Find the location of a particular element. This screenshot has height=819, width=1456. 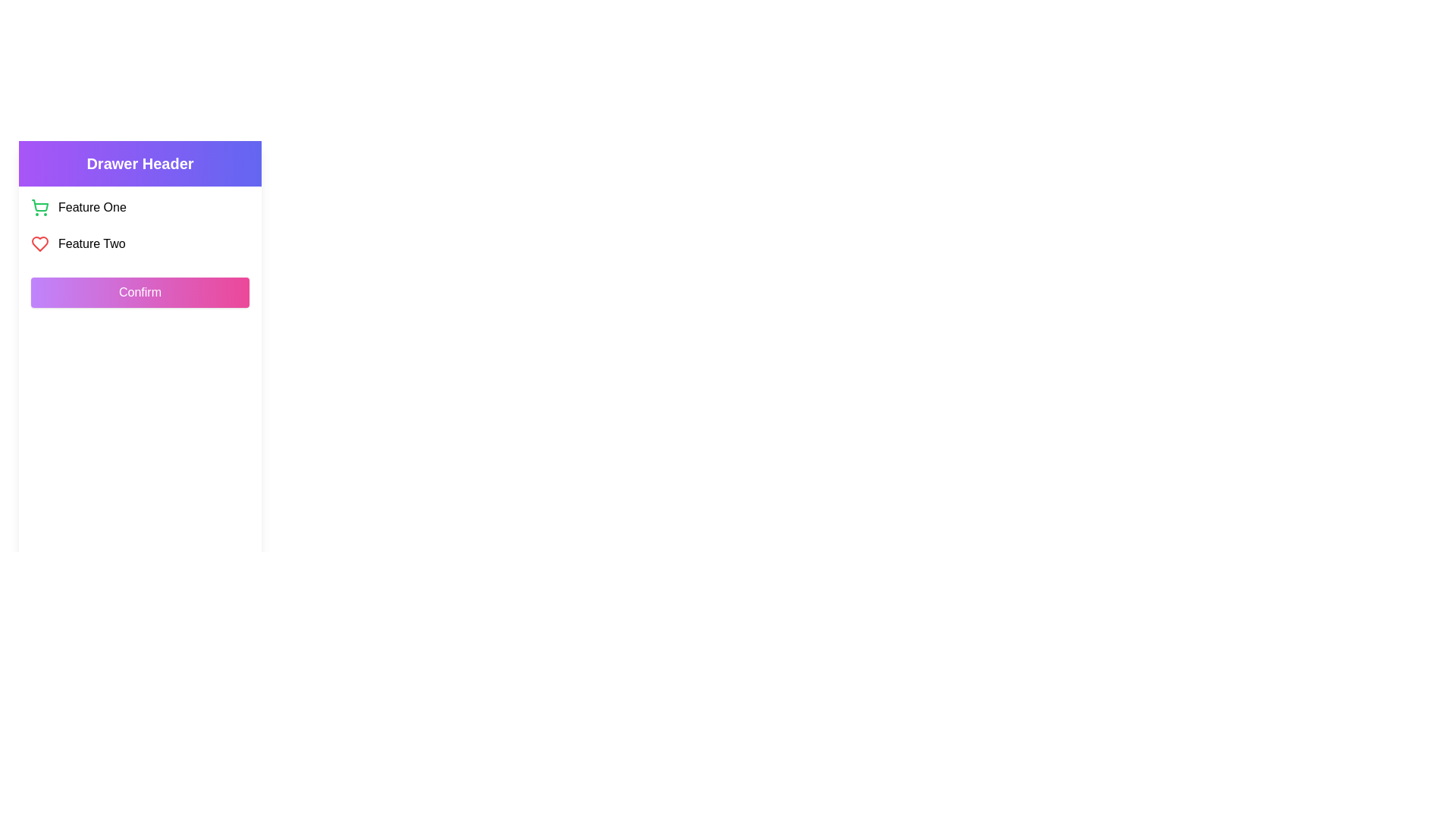

the shopping cart icon located in the header section under 'Drawer Header' as the left-most item in 'Feature One' group is located at coordinates (39, 207).